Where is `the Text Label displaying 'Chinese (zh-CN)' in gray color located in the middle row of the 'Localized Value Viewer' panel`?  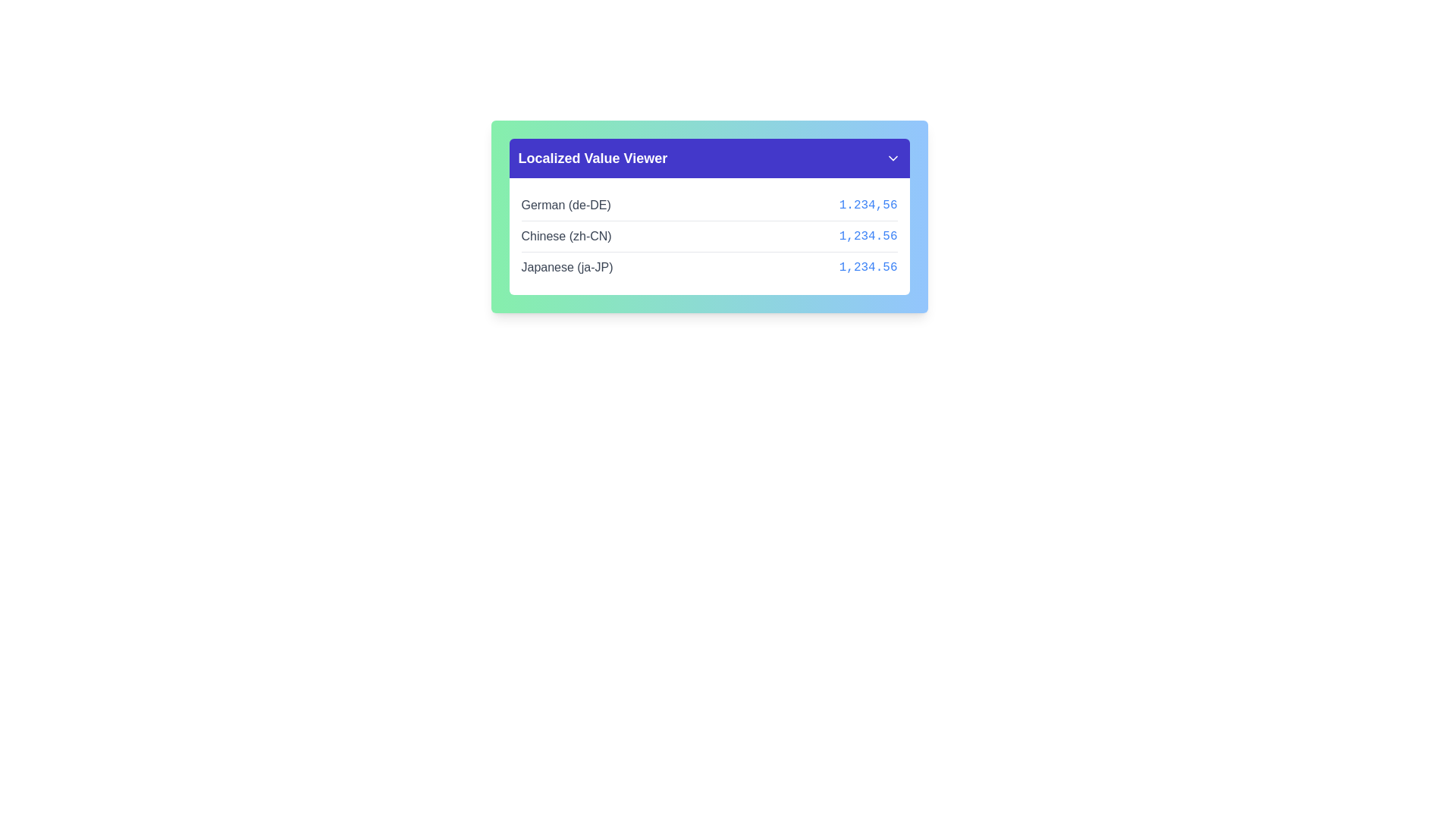
the Text Label displaying 'Chinese (zh-CN)' in gray color located in the middle row of the 'Localized Value Viewer' panel is located at coordinates (566, 237).